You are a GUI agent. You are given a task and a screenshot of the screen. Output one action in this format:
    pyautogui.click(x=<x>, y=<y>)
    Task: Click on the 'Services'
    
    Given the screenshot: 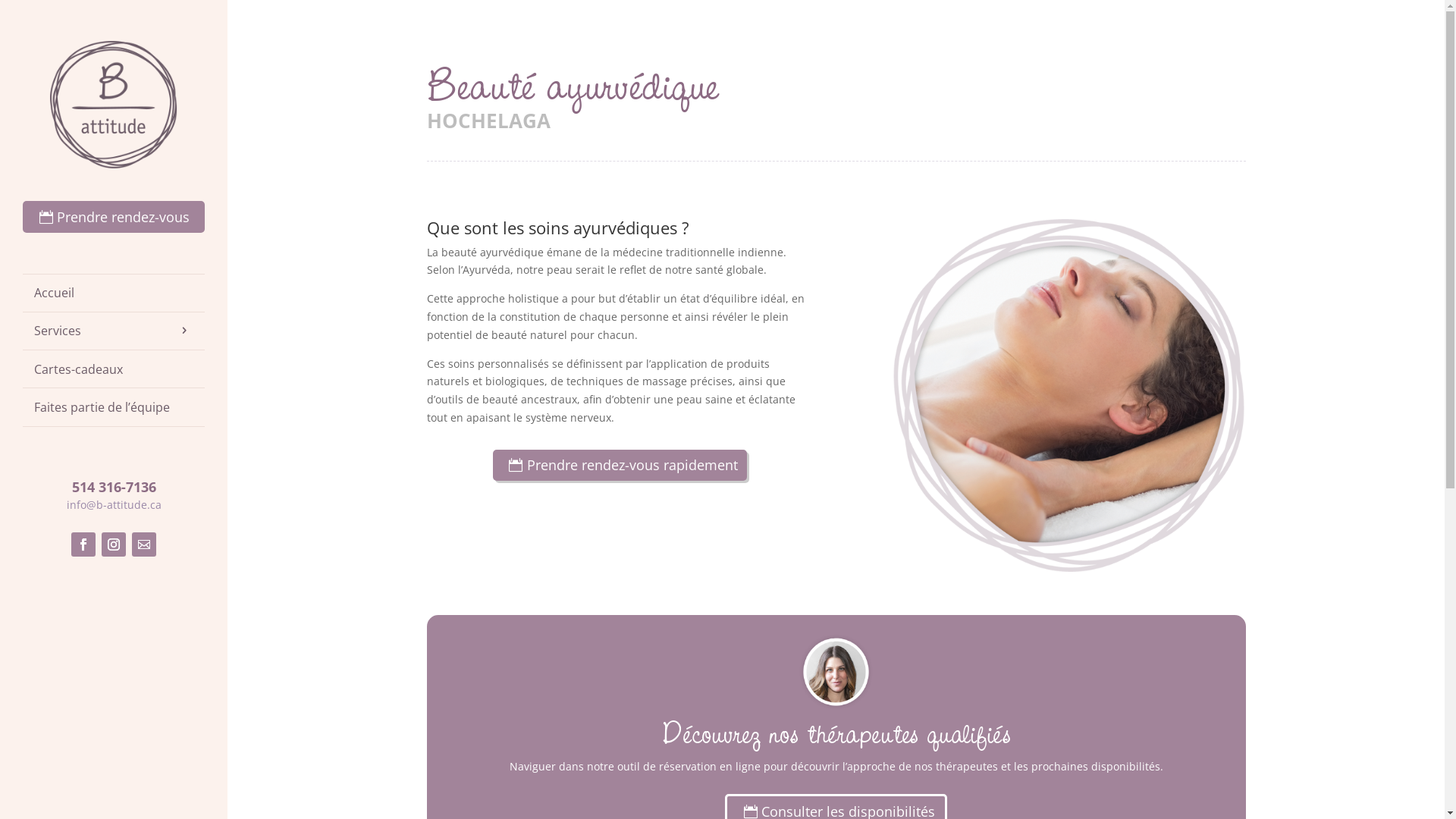 What is the action you would take?
    pyautogui.click(x=112, y=329)
    